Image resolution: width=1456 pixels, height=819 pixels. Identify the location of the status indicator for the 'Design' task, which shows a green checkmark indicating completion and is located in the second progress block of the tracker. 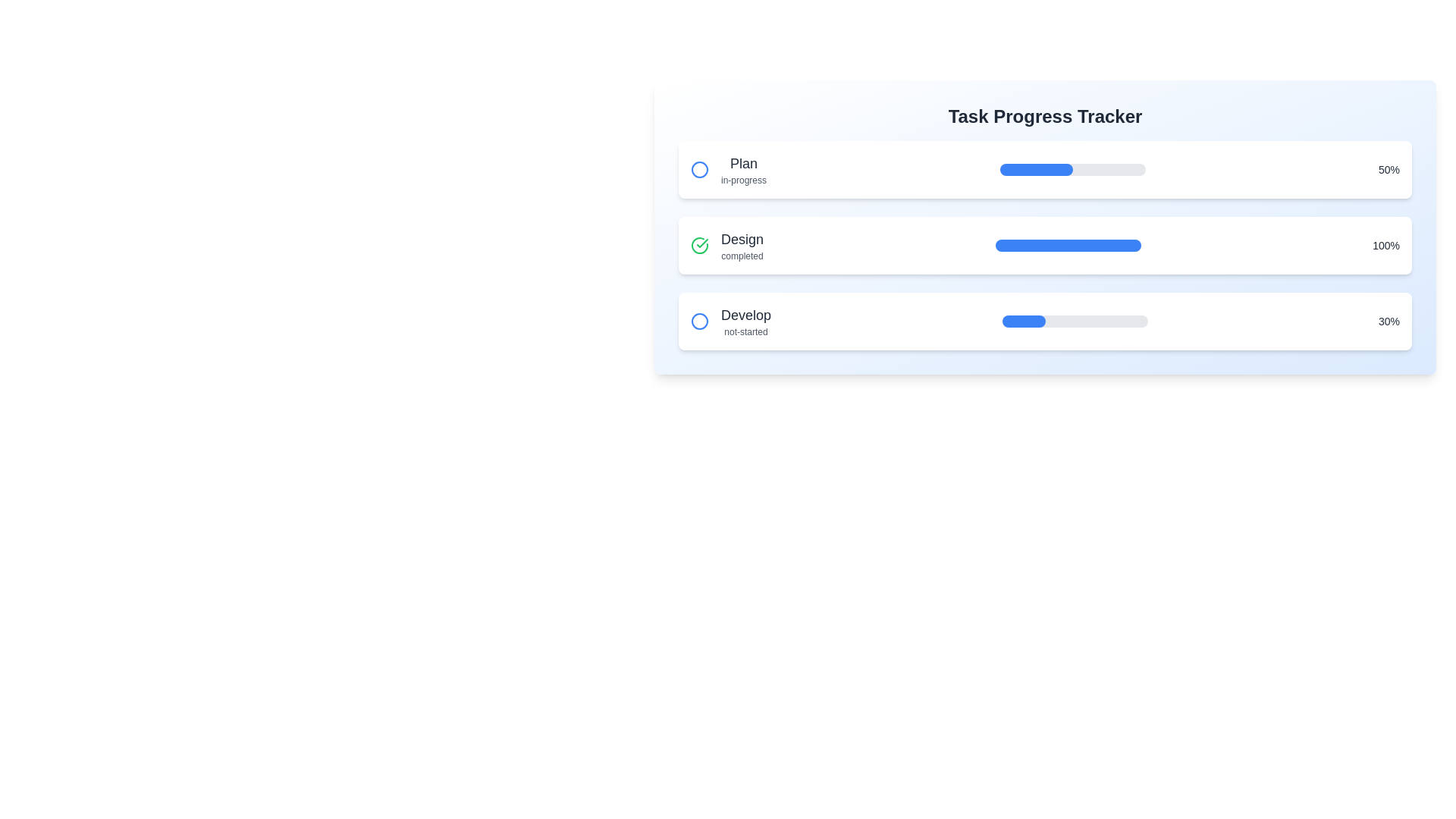
(726, 245).